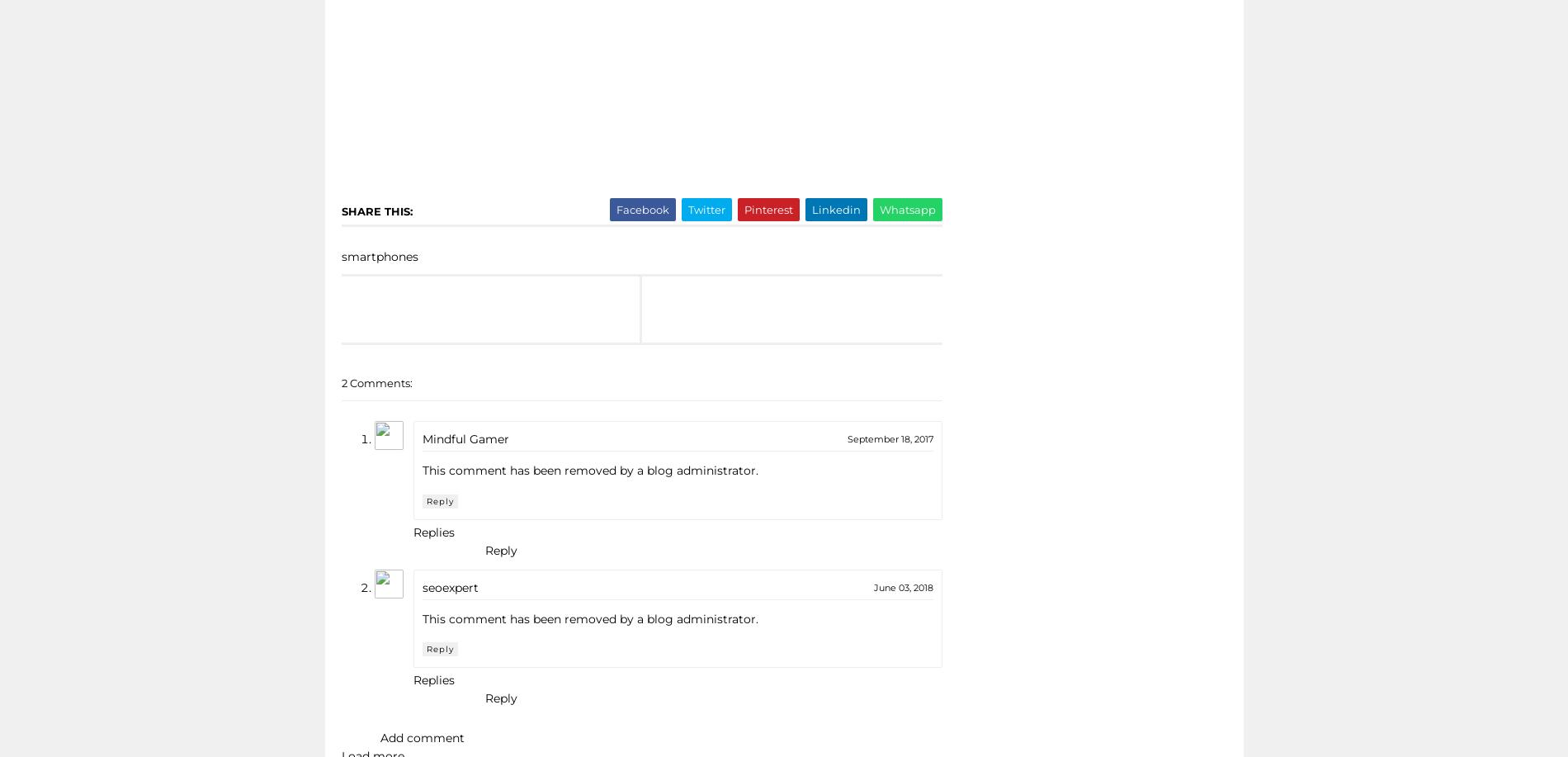  I want to click on 'Facebook', so click(641, 208).